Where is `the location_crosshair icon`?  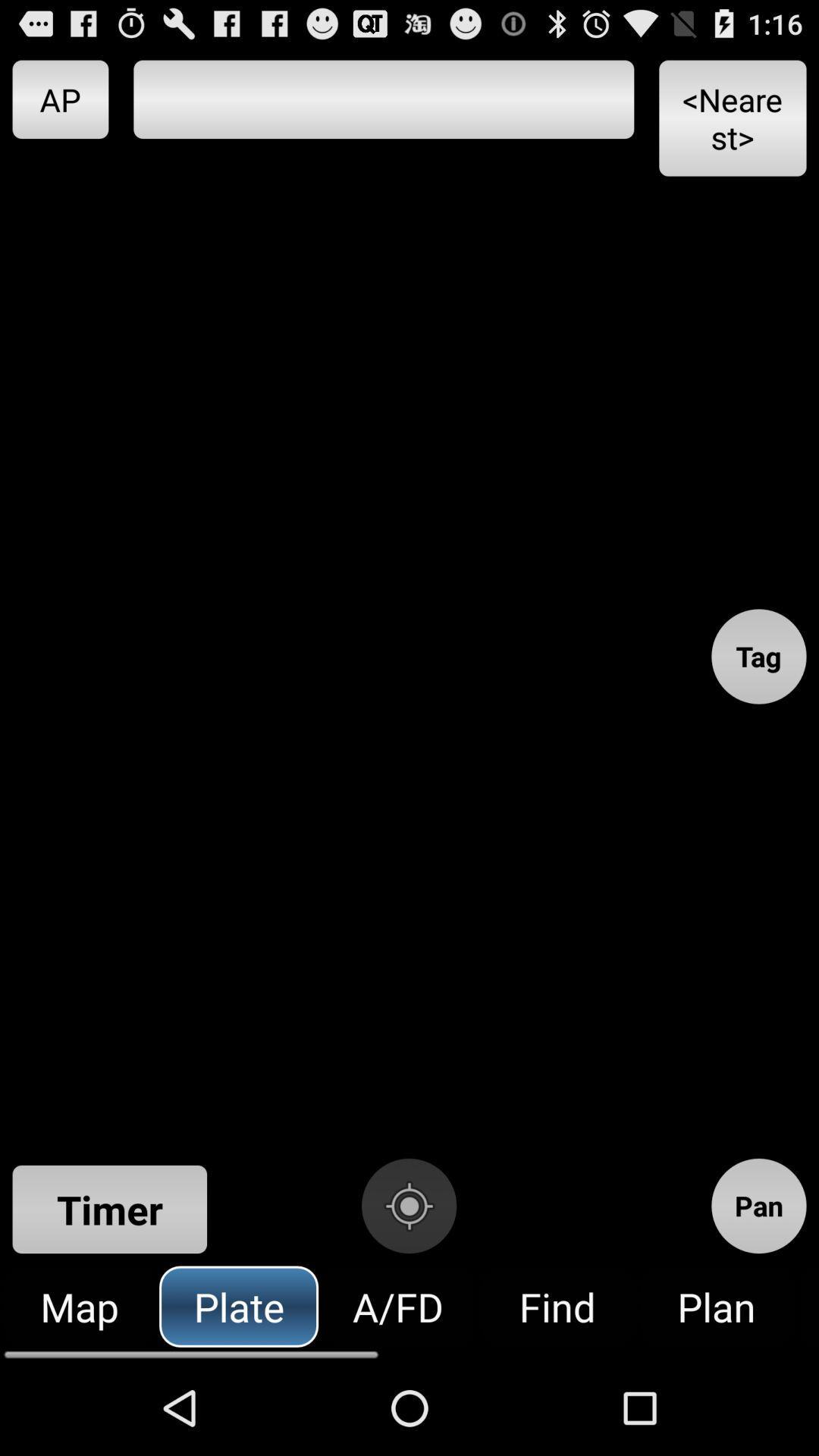 the location_crosshair icon is located at coordinates (408, 1290).